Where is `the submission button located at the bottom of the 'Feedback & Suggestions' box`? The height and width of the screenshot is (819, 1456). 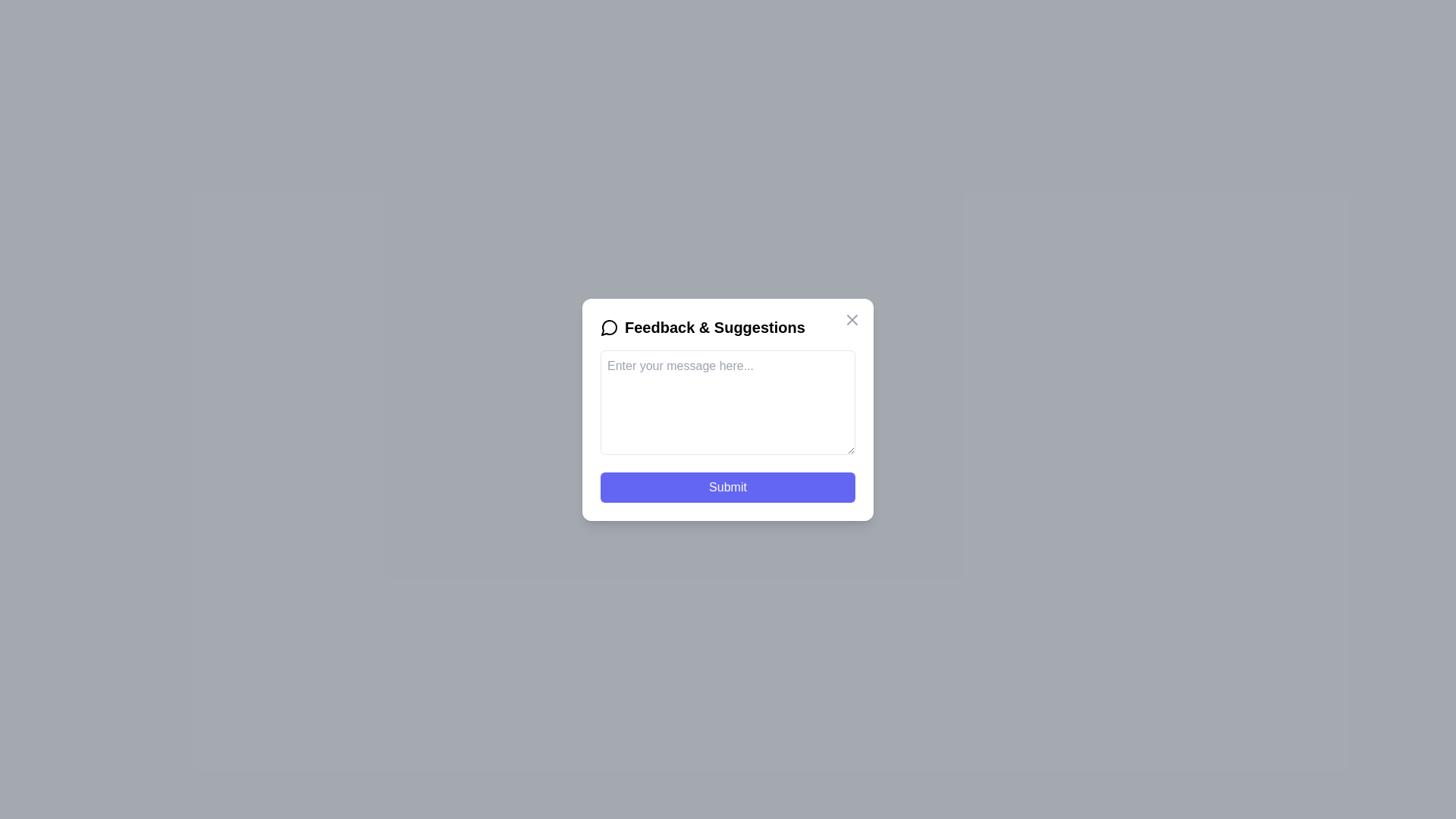
the submission button located at the bottom of the 'Feedback & Suggestions' box is located at coordinates (728, 487).